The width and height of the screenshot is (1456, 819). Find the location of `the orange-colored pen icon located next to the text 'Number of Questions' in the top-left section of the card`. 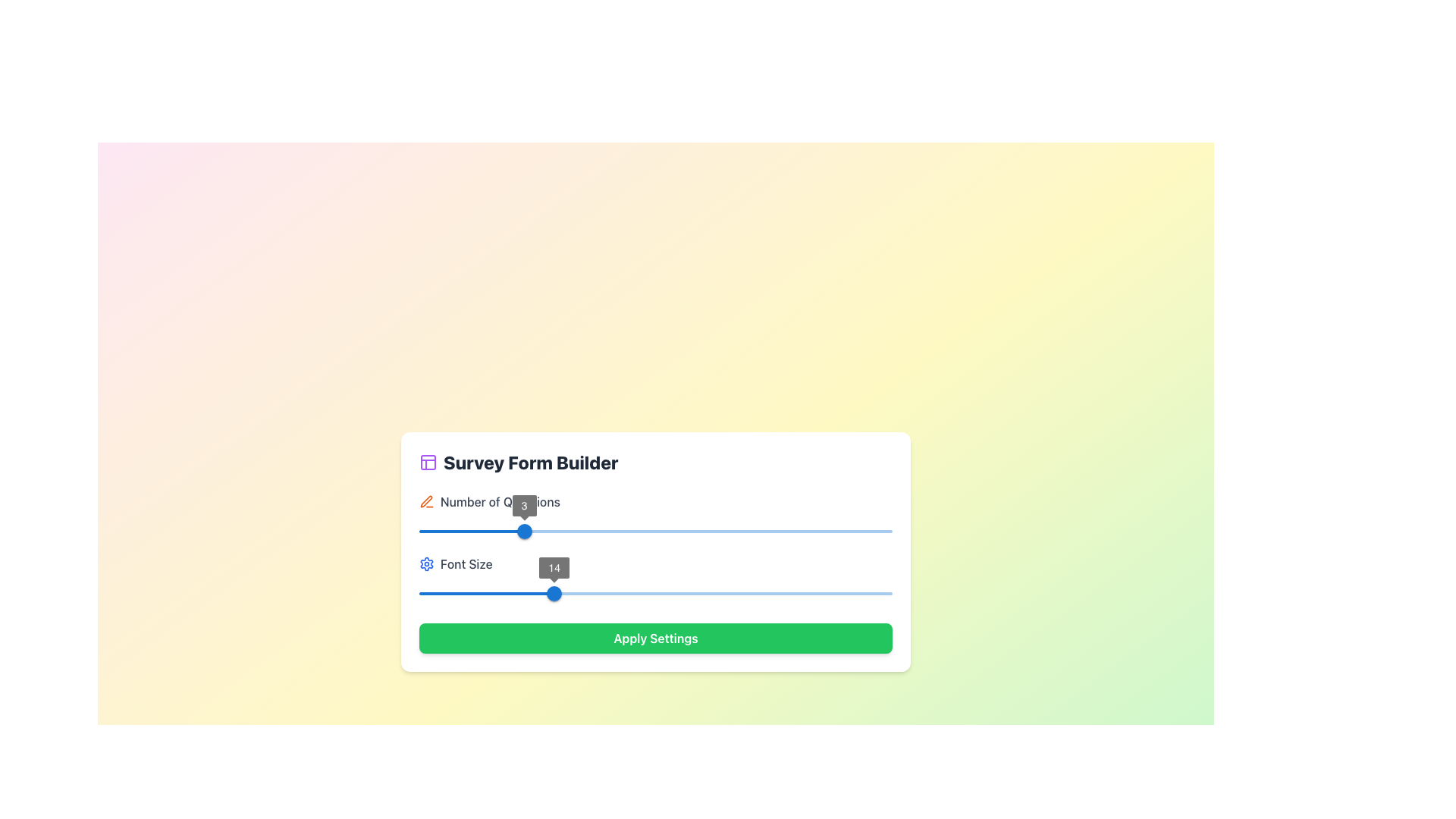

the orange-colored pen icon located next to the text 'Number of Questions' in the top-left section of the card is located at coordinates (425, 502).